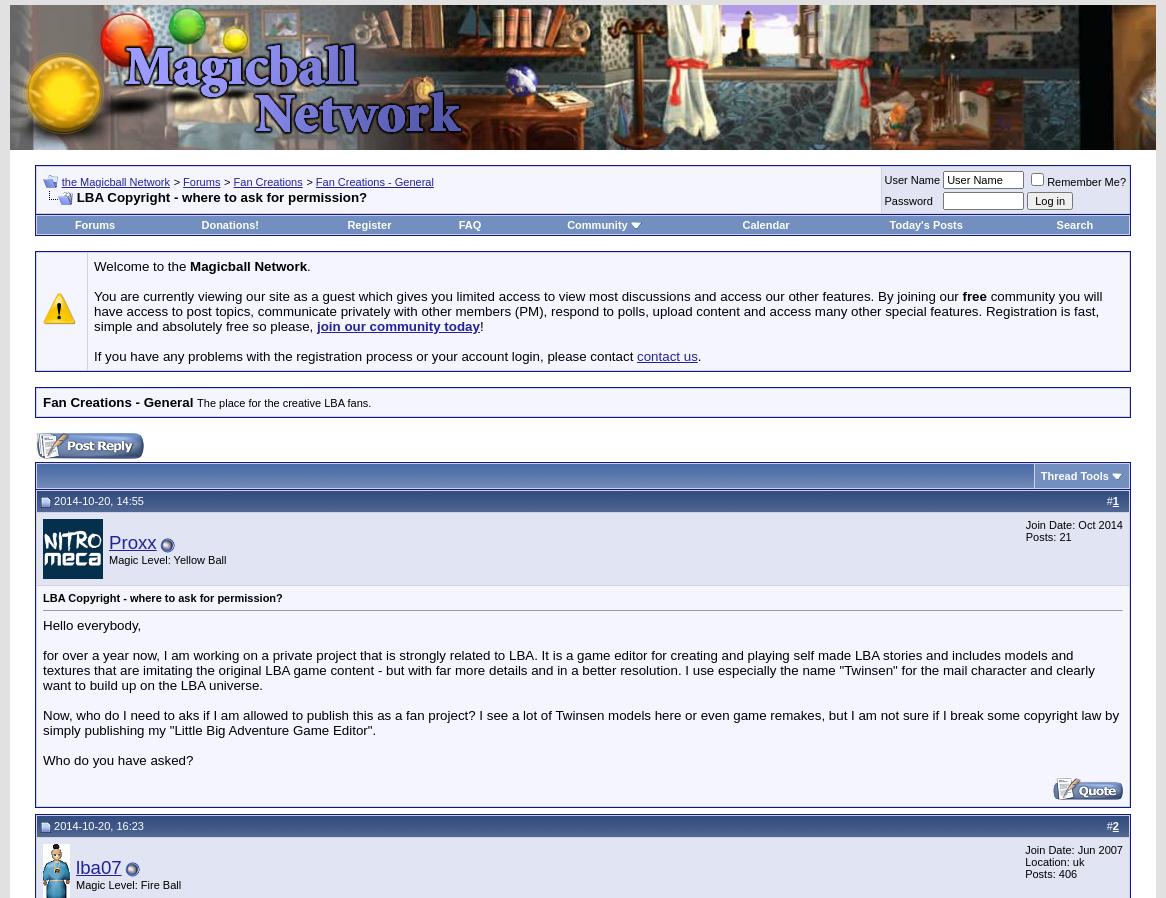 This screenshot has width=1166, height=898. Describe the element at coordinates (284, 403) in the screenshot. I see `'The place for the creative LBA fans.'` at that location.